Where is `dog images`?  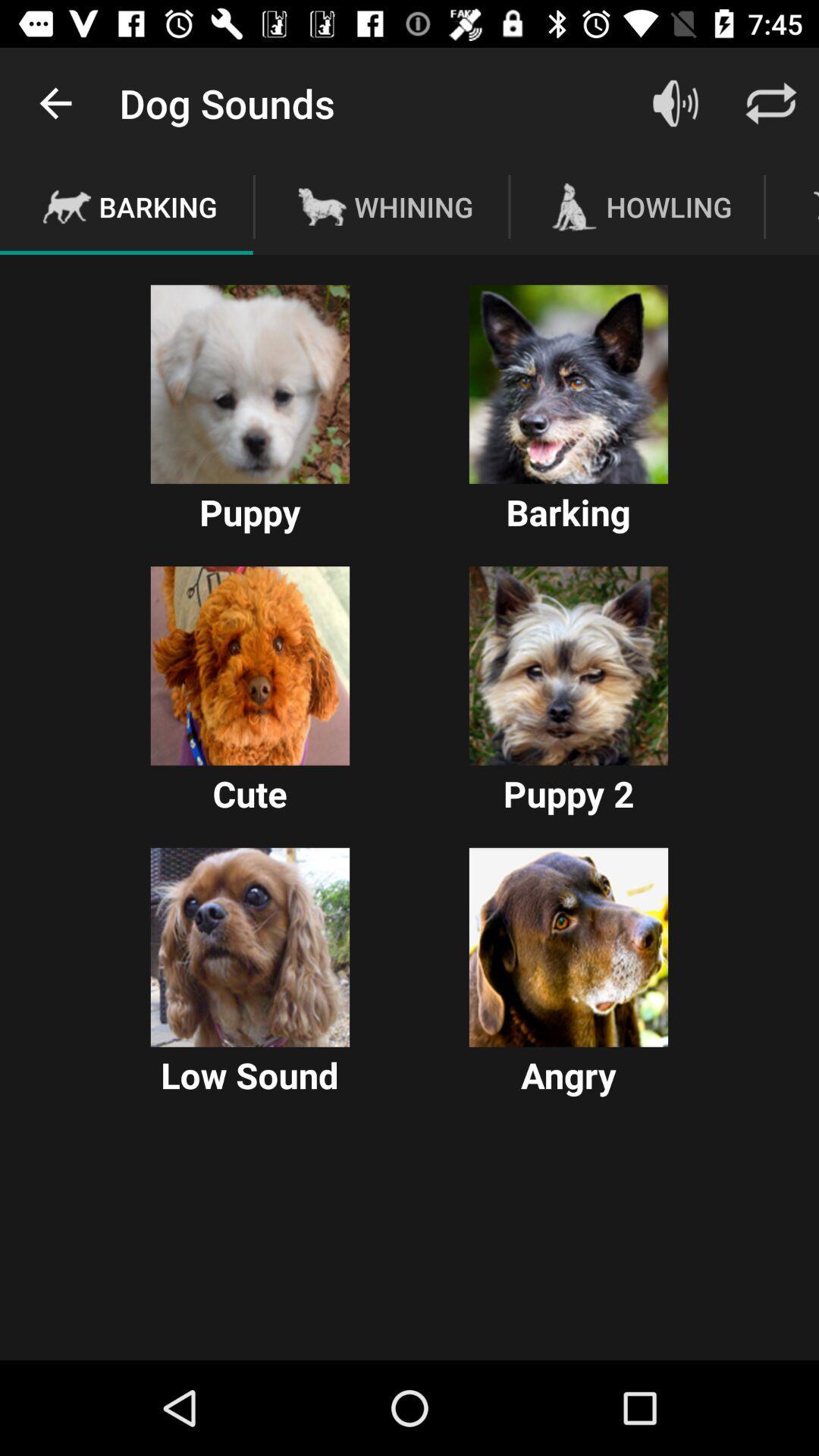
dog images is located at coordinates (568, 666).